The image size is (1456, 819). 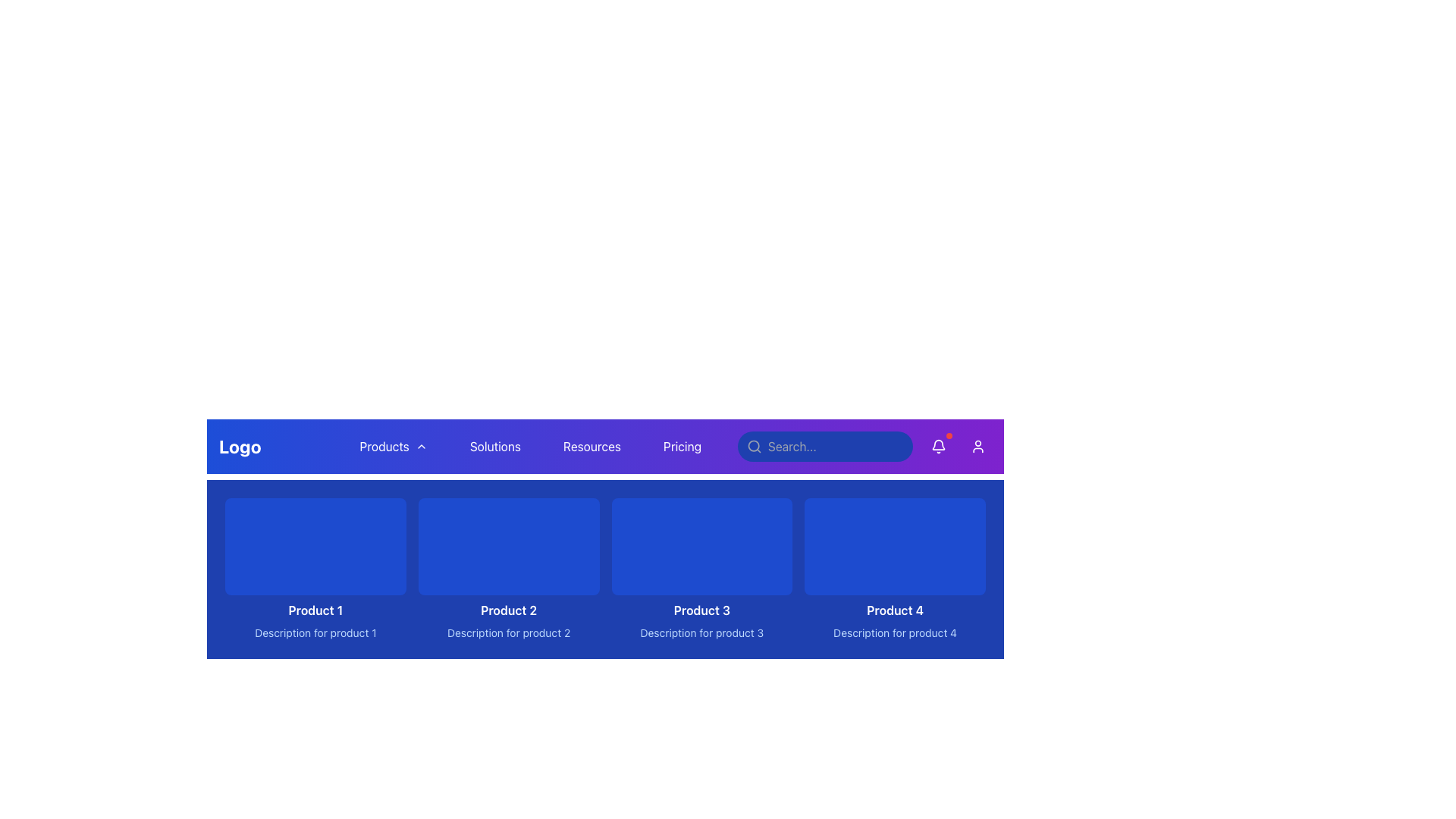 What do you see at coordinates (495, 446) in the screenshot?
I see `the text label displaying 'Solutions' in the navigation bar to change its background color to blue` at bounding box center [495, 446].